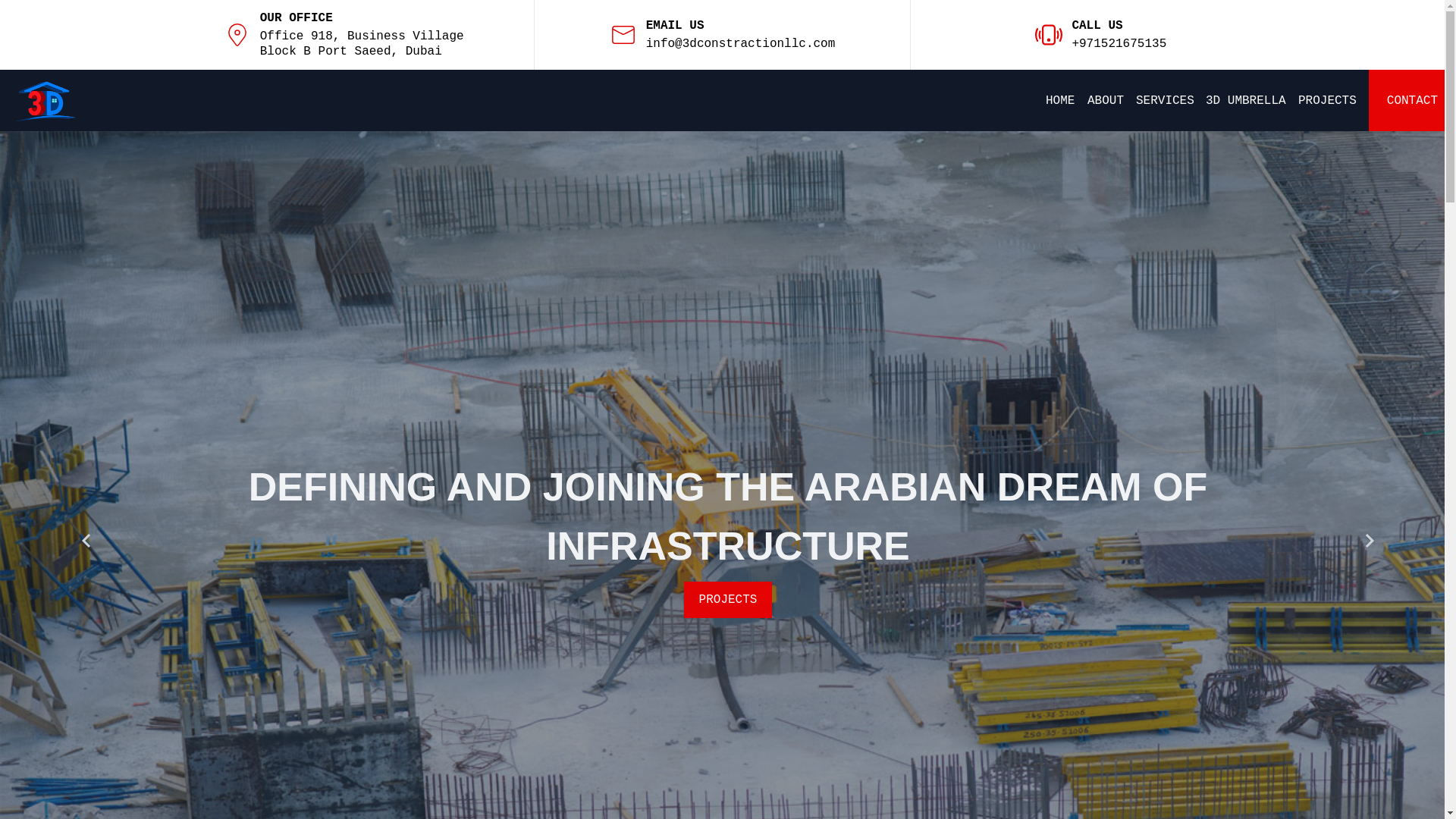  I want to click on 'HOME', so click(1059, 100).